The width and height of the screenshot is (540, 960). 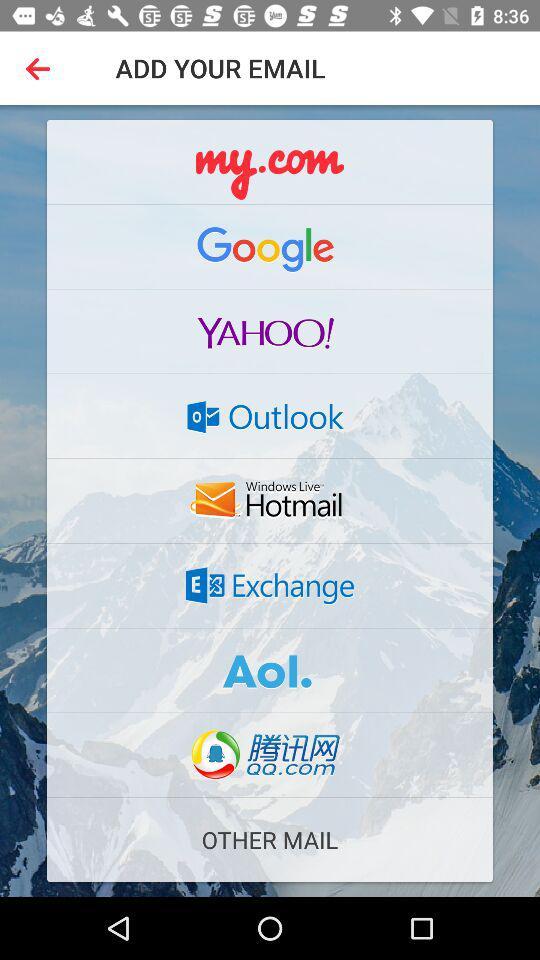 What do you see at coordinates (270, 415) in the screenshot?
I see `an outlook email address` at bounding box center [270, 415].